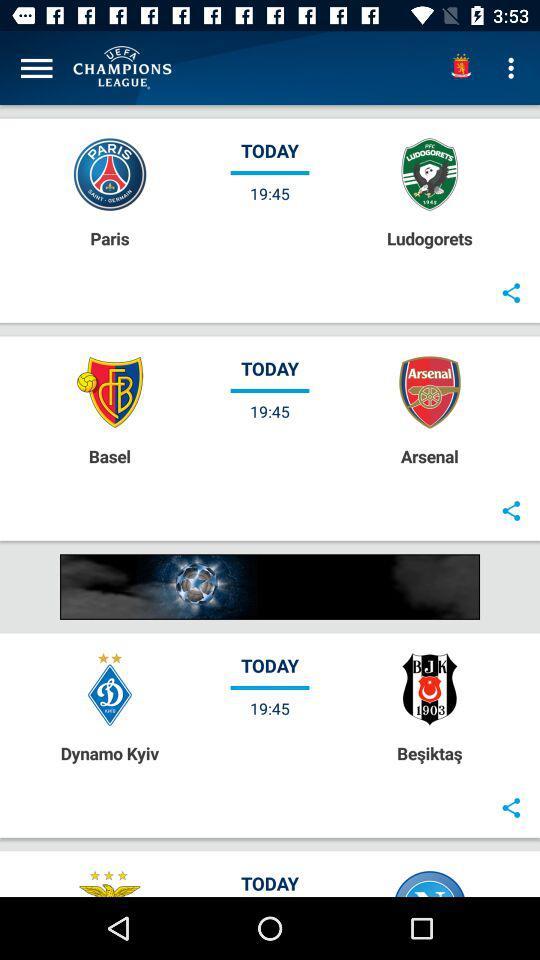 This screenshot has height=960, width=540. What do you see at coordinates (36, 68) in the screenshot?
I see `open menu` at bounding box center [36, 68].